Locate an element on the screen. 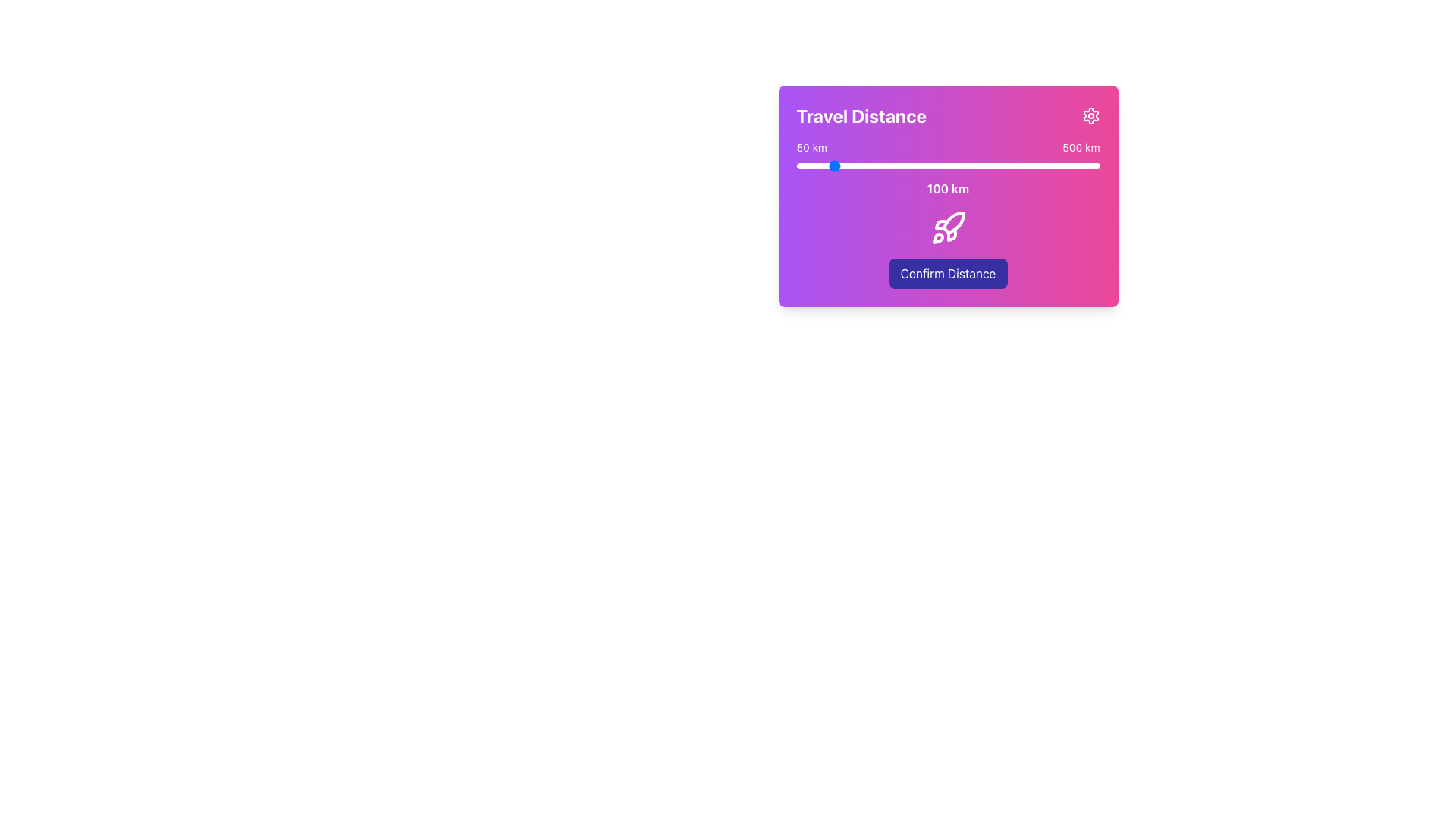  the confirmation button located at the bottom center of the travel distance configuration card to activate the hover effect is located at coordinates (947, 274).